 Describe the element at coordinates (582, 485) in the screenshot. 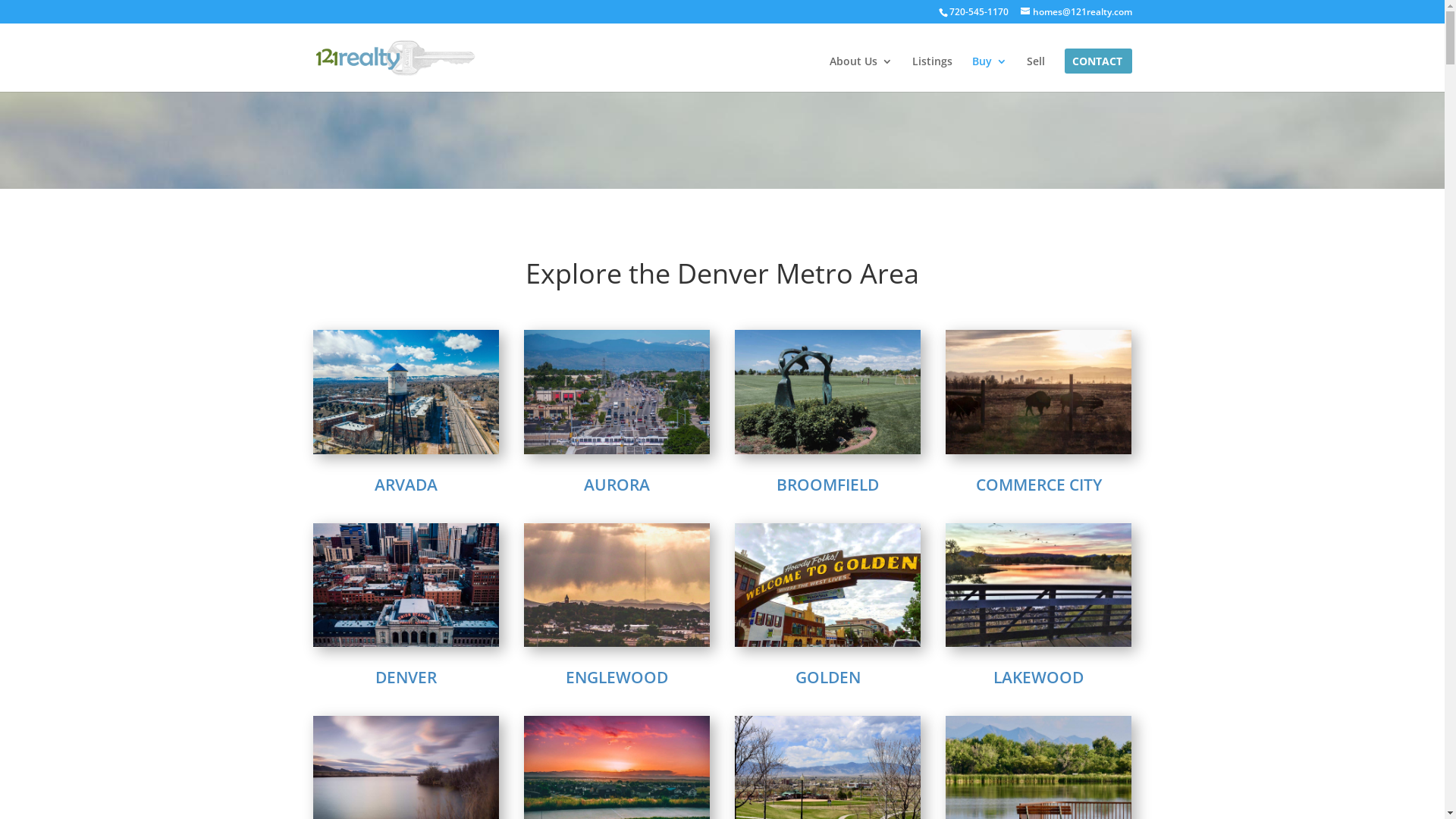

I see `'AURORA'` at that location.